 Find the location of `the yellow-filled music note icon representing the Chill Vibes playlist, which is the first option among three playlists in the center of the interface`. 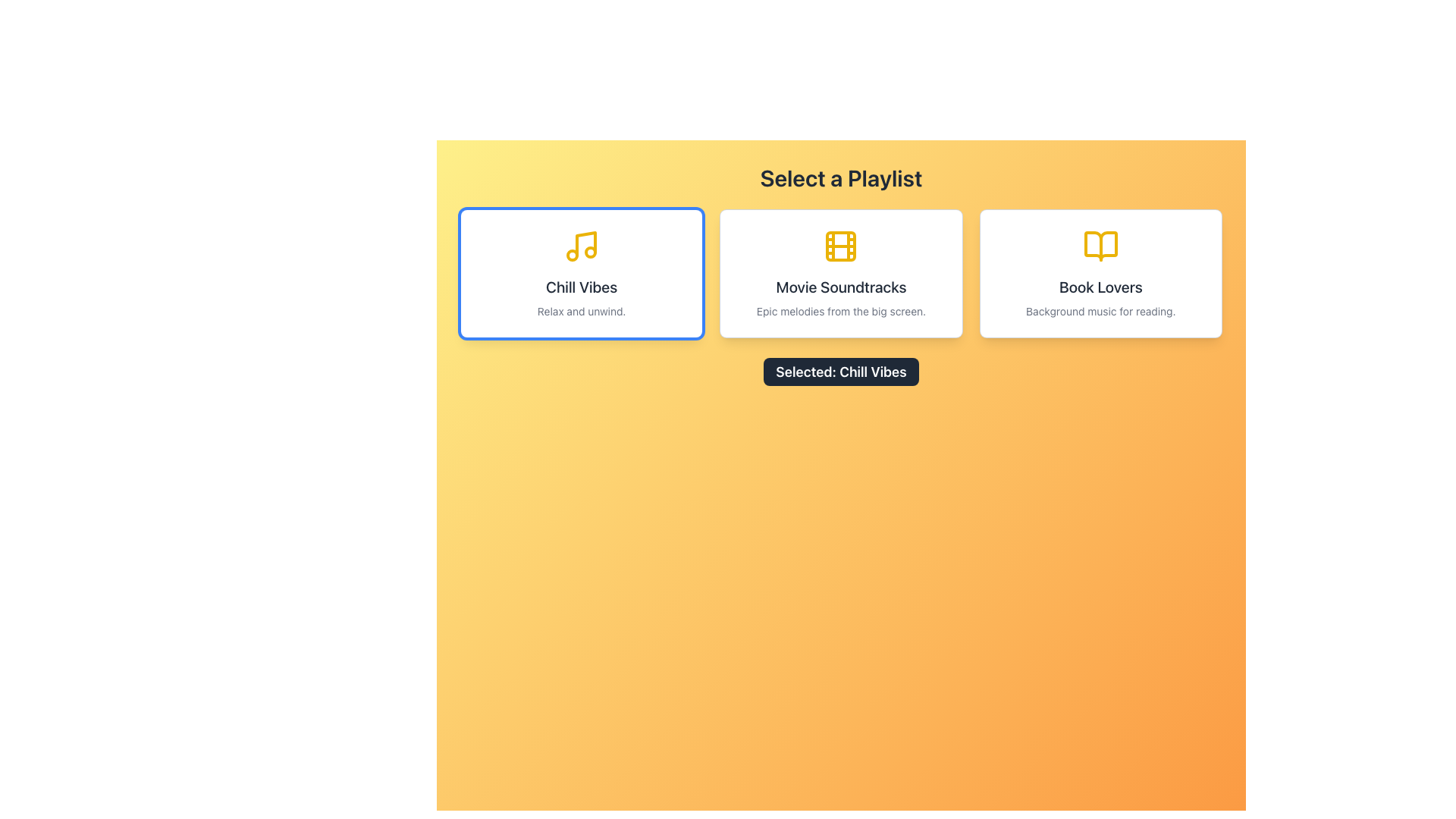

the yellow-filled music note icon representing the Chill Vibes playlist, which is the first option among three playlists in the center of the interface is located at coordinates (585, 243).